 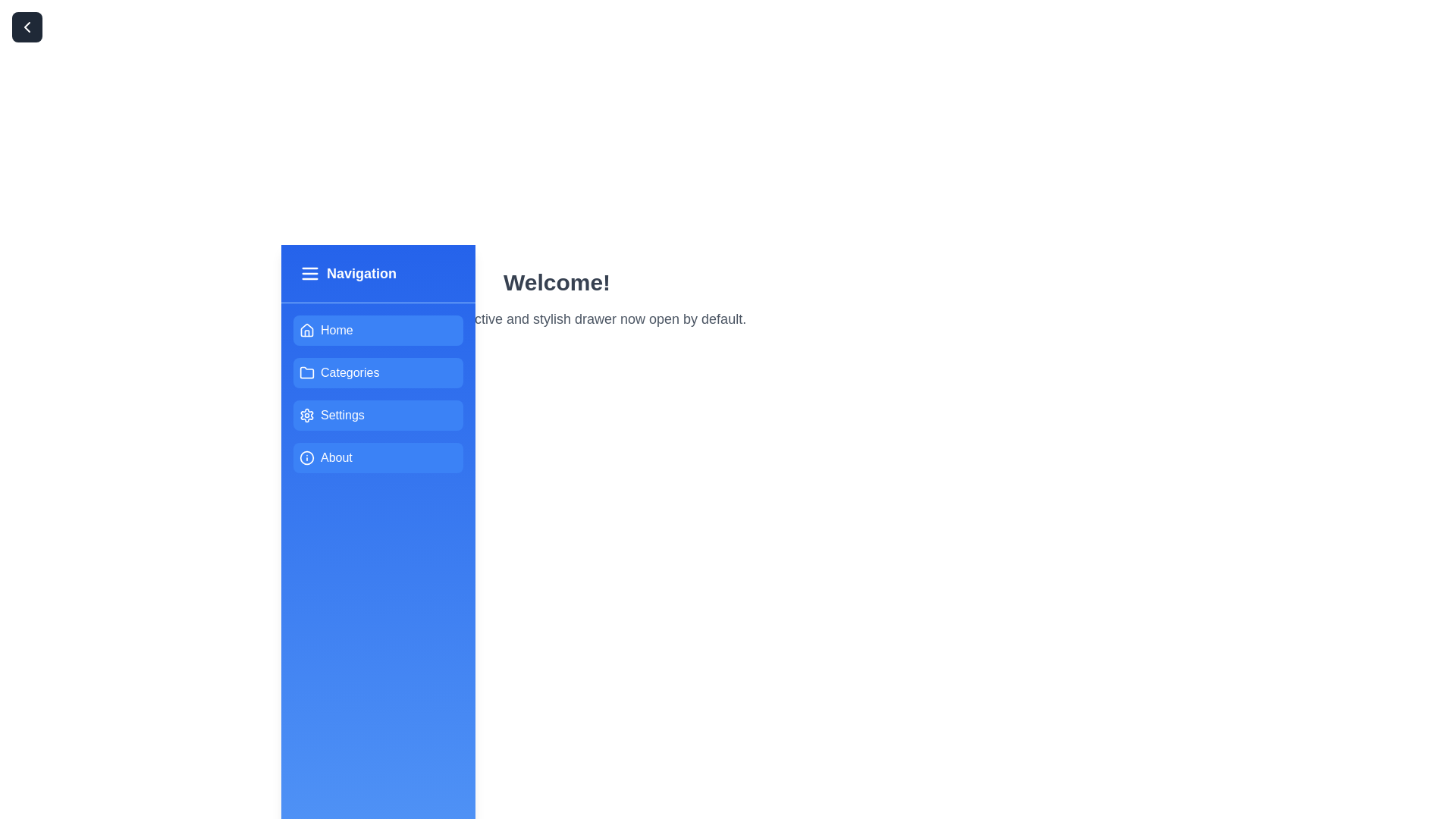 I want to click on the Text label that serves as a title or heading for the sidebar menu, located to the right of the menu icon resembling three horizontal lines, so click(x=360, y=274).